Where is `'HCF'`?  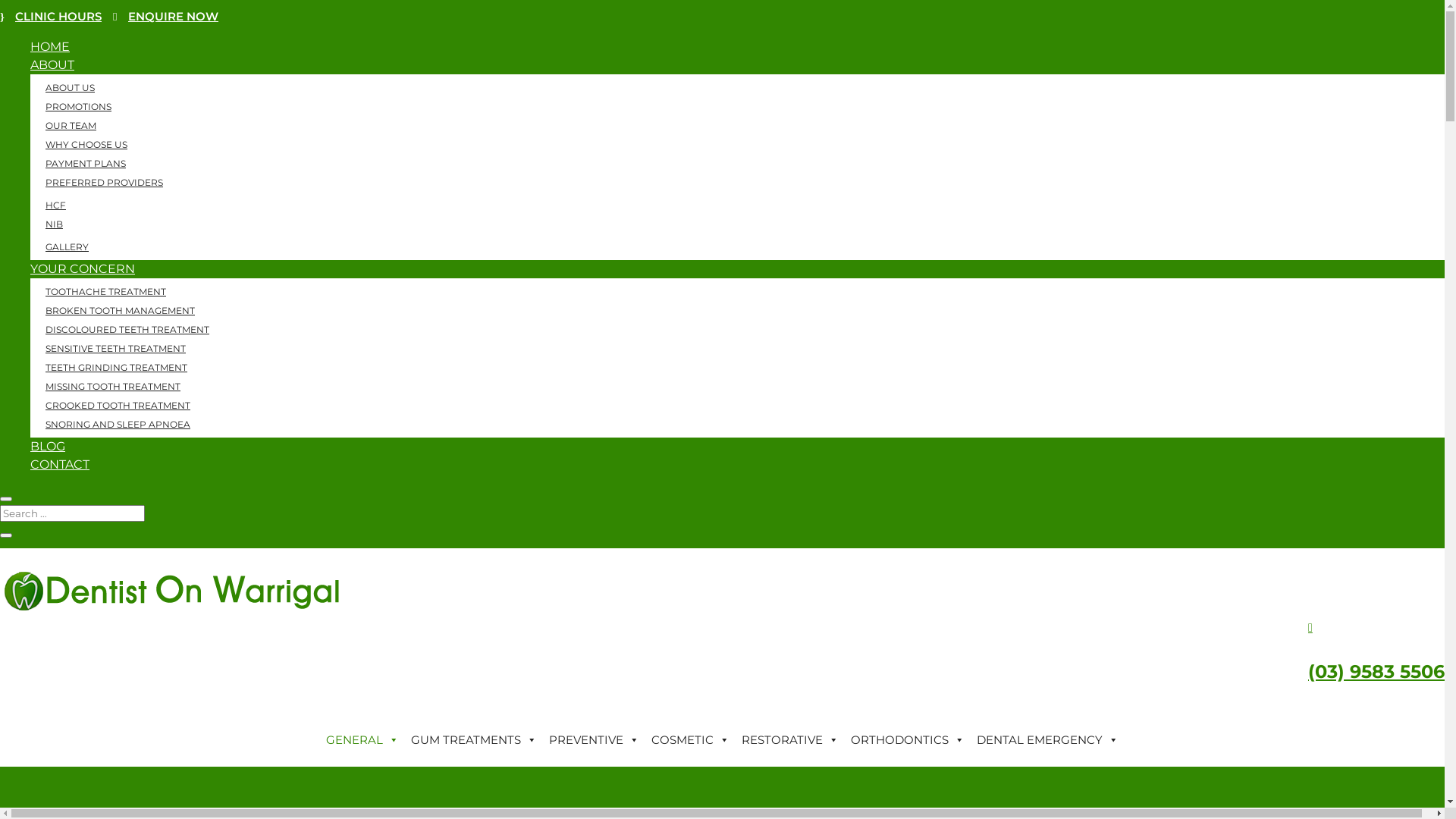
'HCF' is located at coordinates (30, 205).